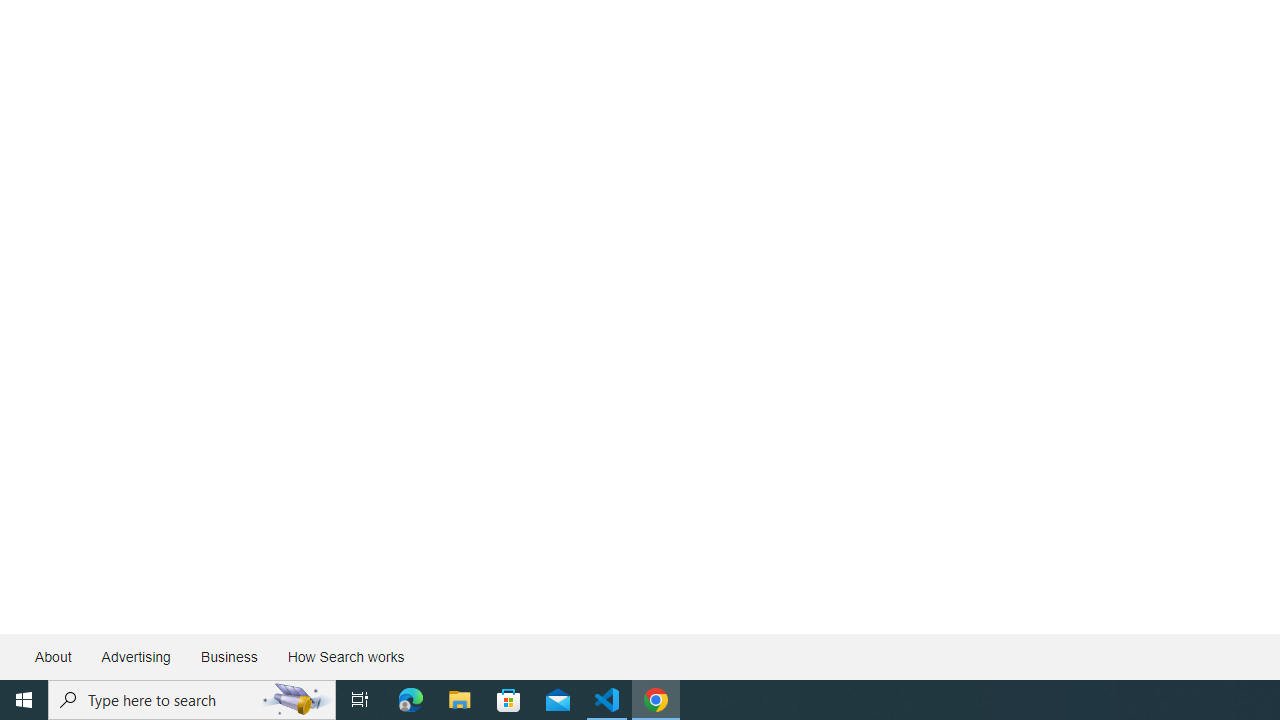 The image size is (1280, 720). What do you see at coordinates (134, 657) in the screenshot?
I see `'Advertising'` at bounding box center [134, 657].